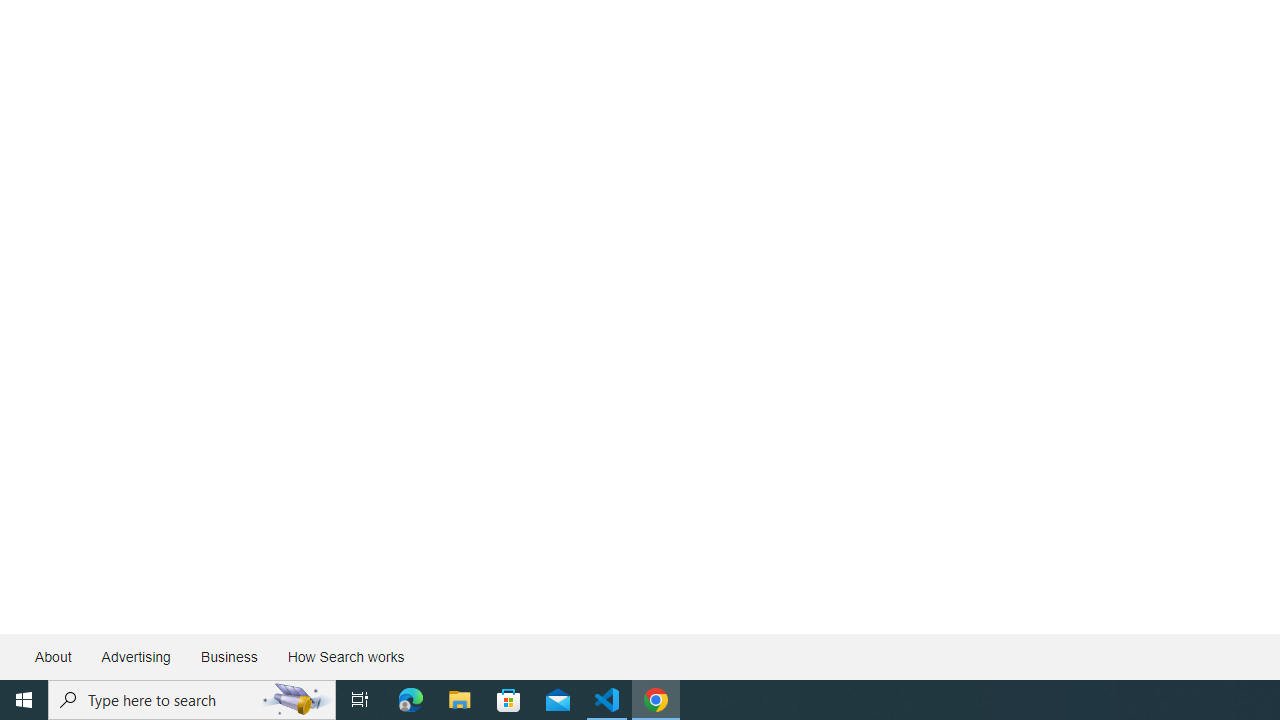 The image size is (1280, 720). What do you see at coordinates (134, 657) in the screenshot?
I see `'Advertising'` at bounding box center [134, 657].